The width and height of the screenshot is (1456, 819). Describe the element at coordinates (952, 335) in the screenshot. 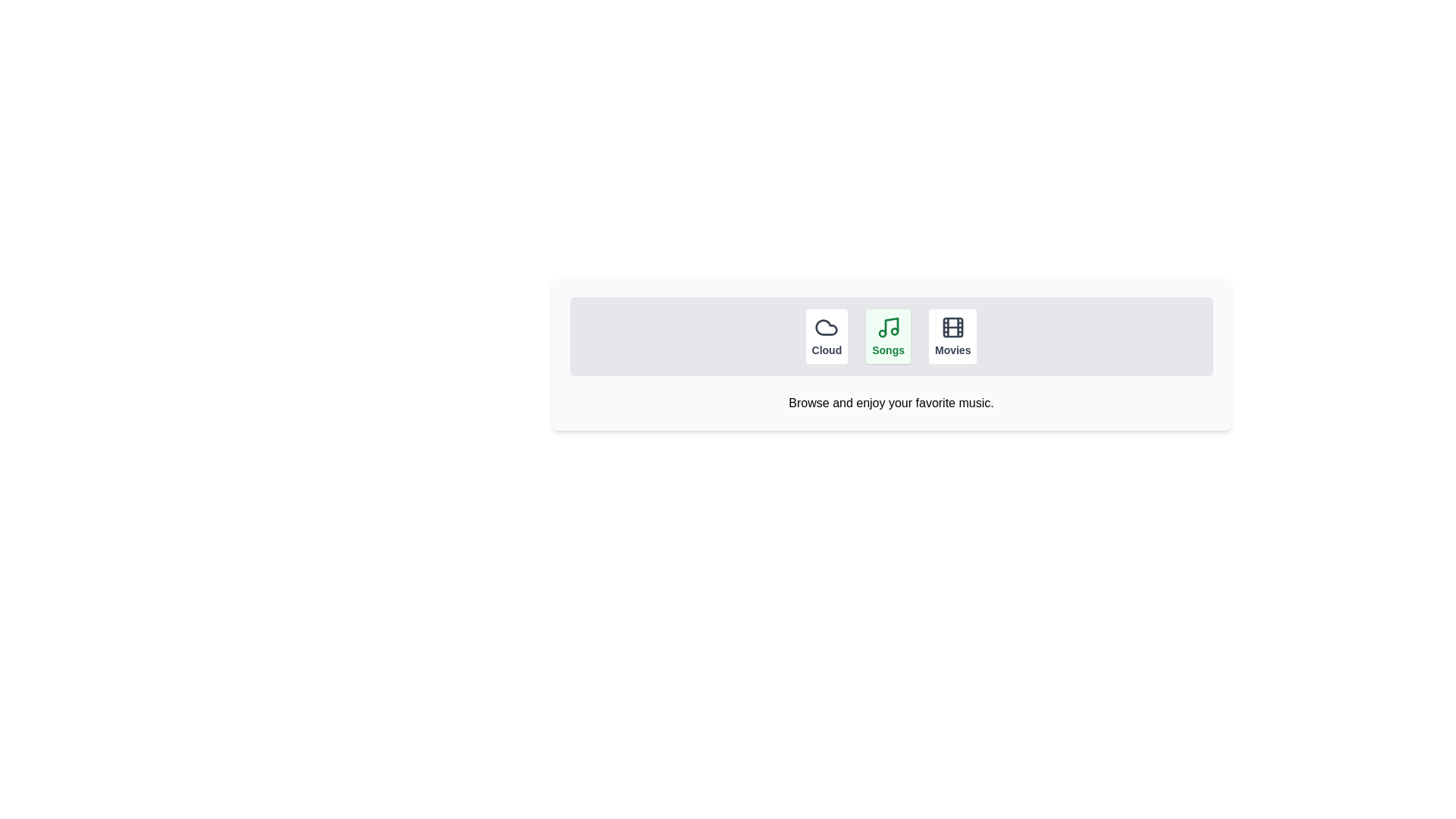

I see `the 'Movies' button` at that location.